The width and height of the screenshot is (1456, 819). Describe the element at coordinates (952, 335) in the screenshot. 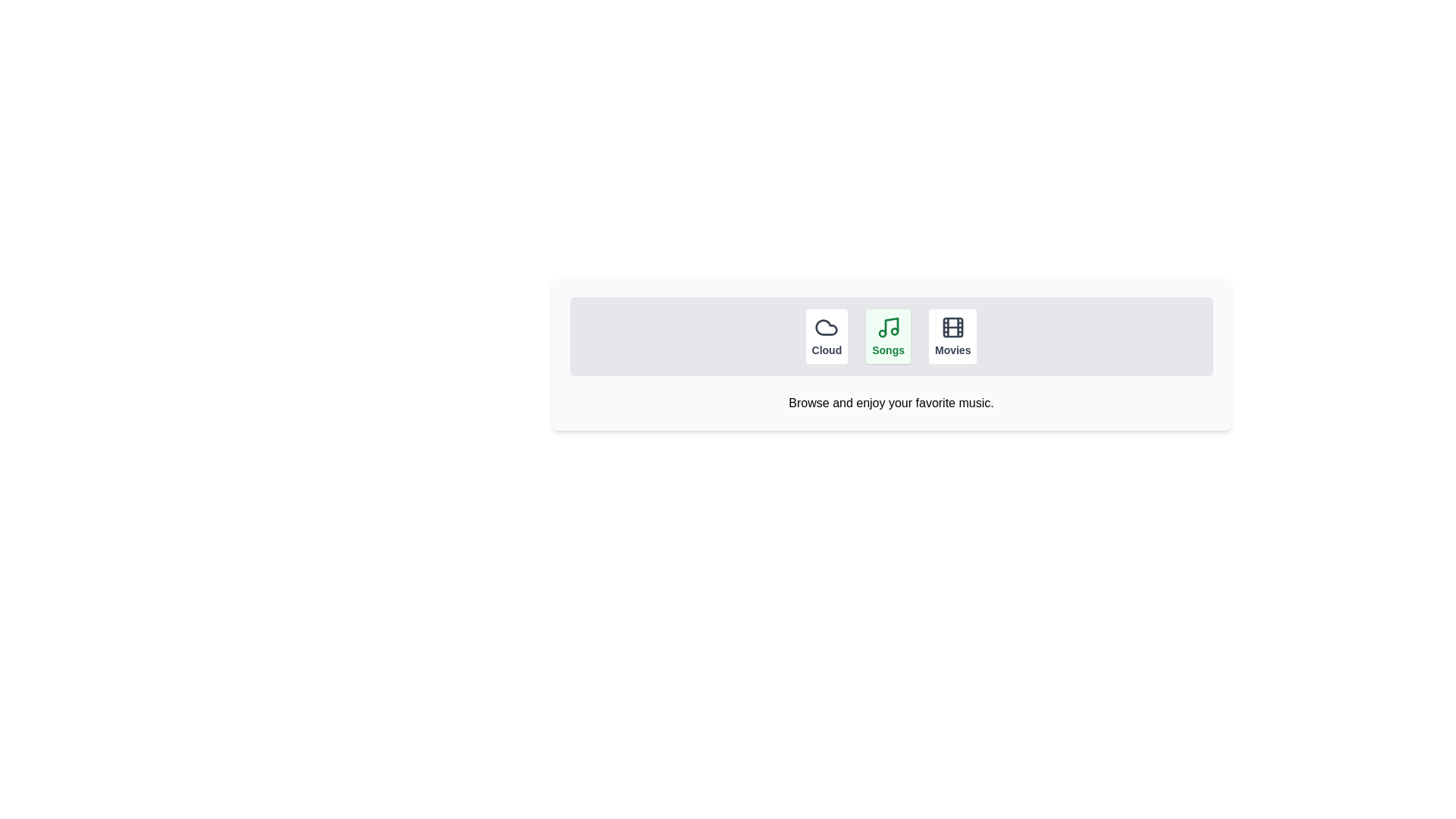

I see `the 'Movies' button` at that location.